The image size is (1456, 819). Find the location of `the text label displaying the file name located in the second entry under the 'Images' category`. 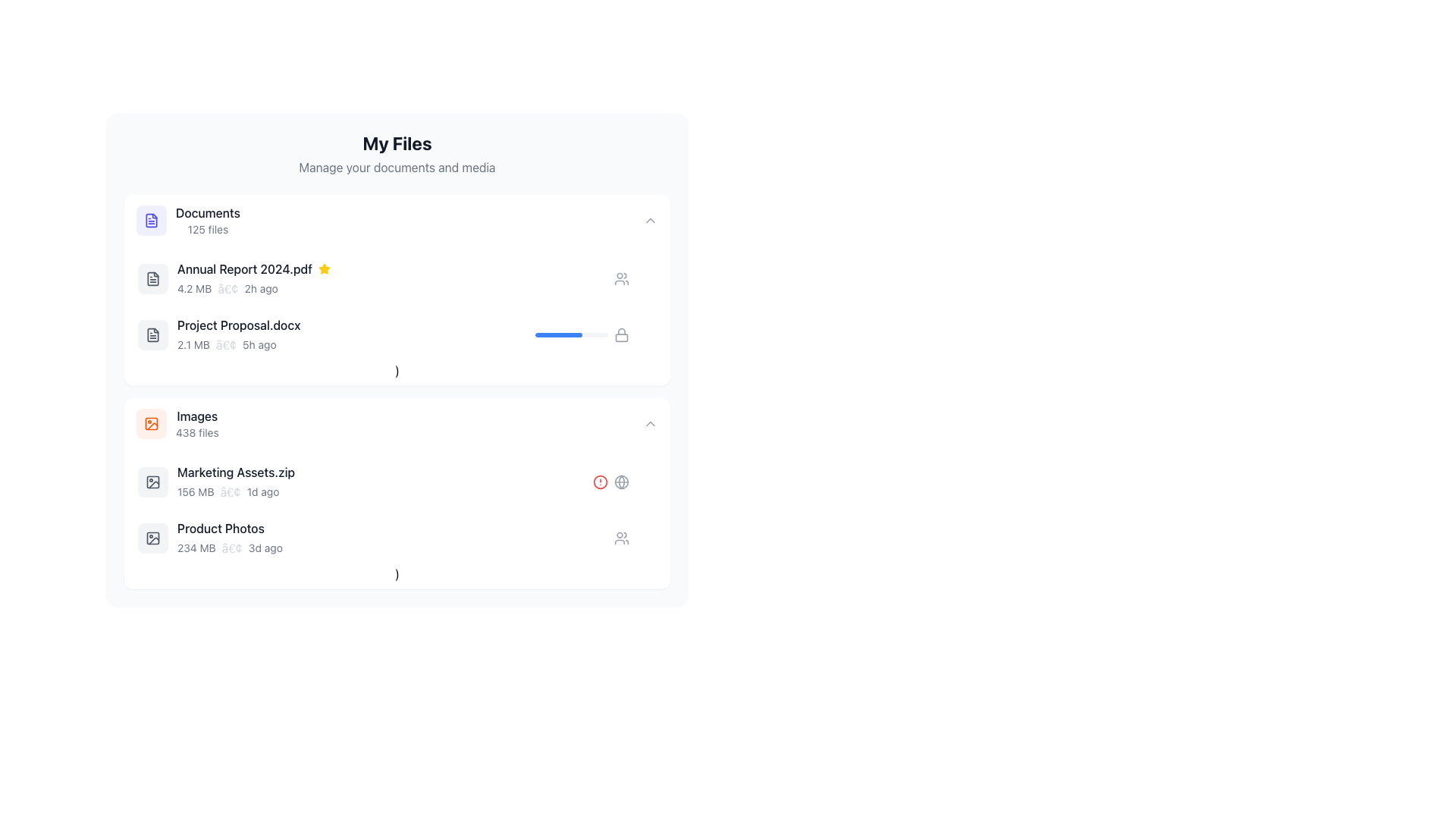

the text label displaying the file name located in the second entry under the 'Images' category is located at coordinates (385, 472).